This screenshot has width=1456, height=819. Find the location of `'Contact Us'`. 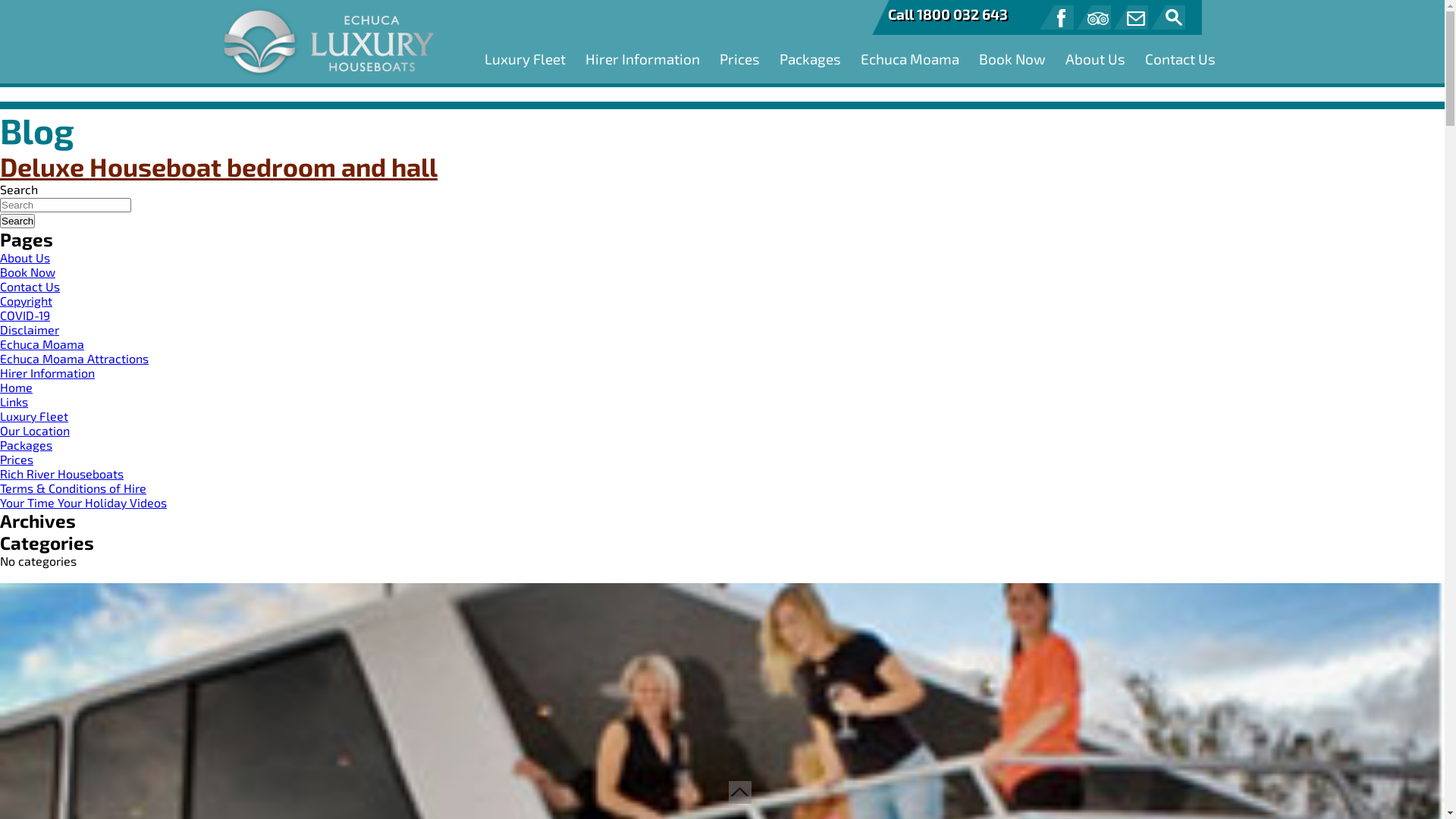

'Contact Us' is located at coordinates (30, 286).